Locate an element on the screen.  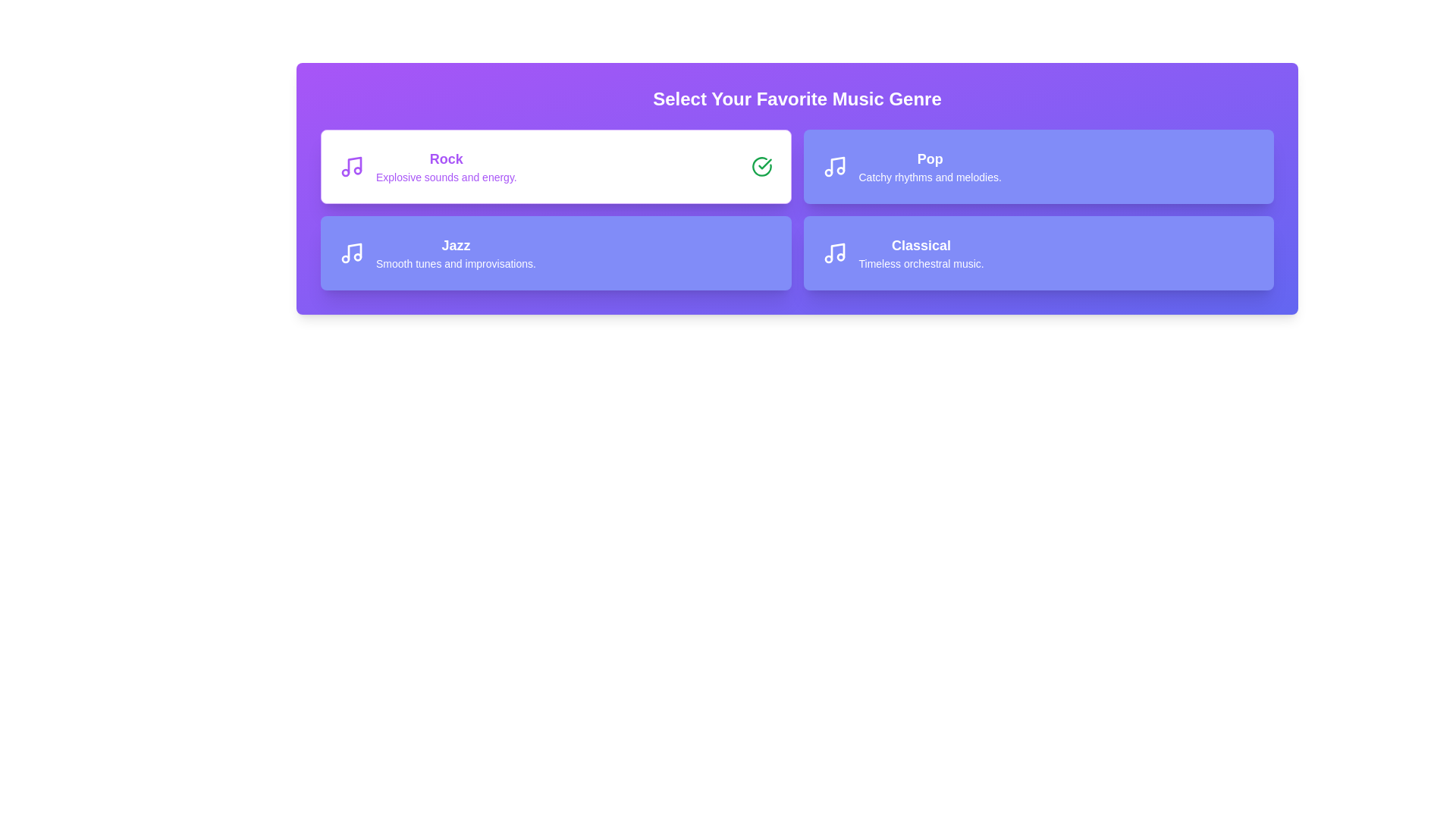
text from the heading element that serves as the title for the music genre selection, positioned at the top of the view is located at coordinates (796, 99).